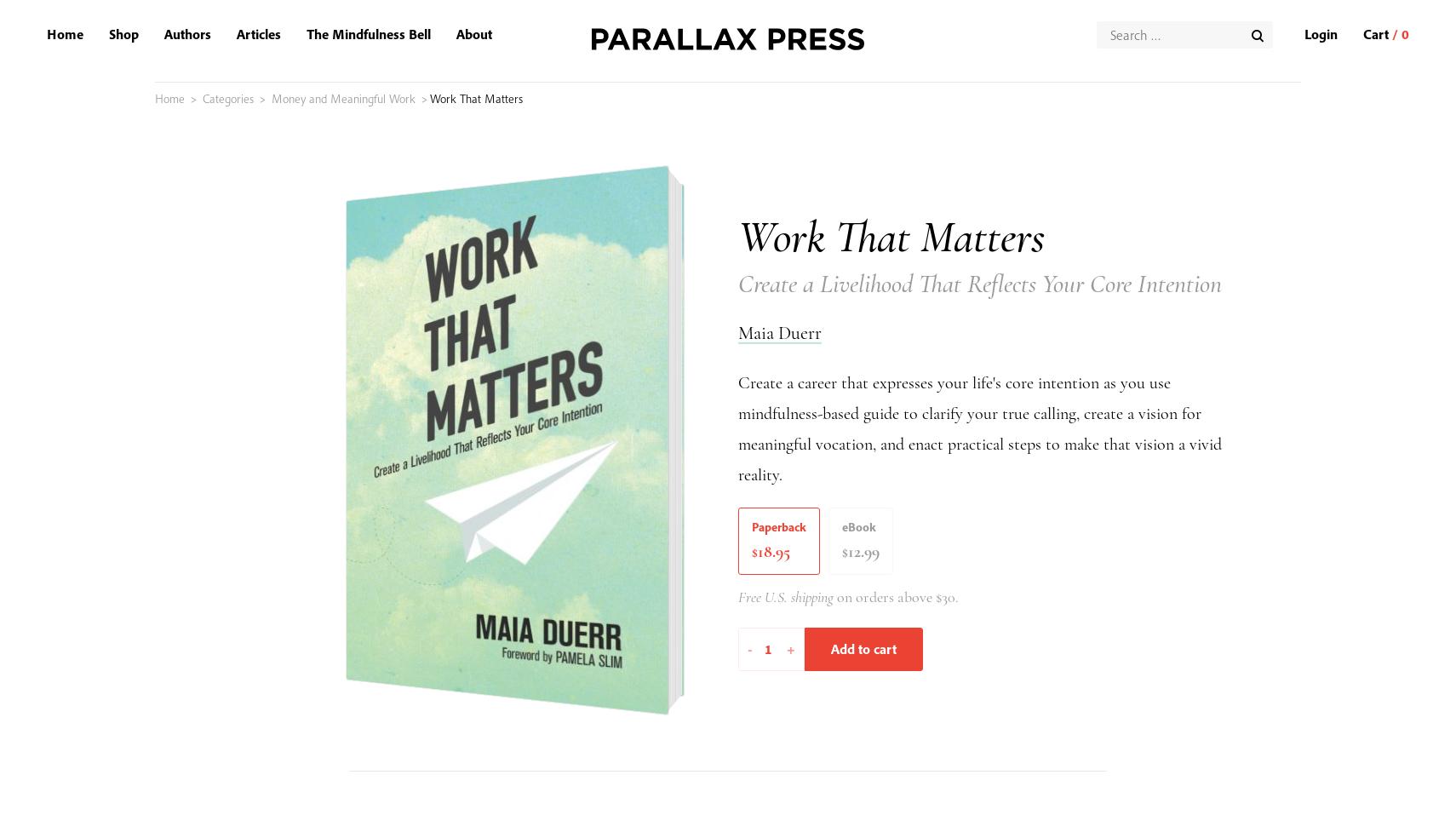 The width and height of the screenshot is (1456, 815). Describe the element at coordinates (296, 296) in the screenshot. I see `'We Are the Economy'` at that location.